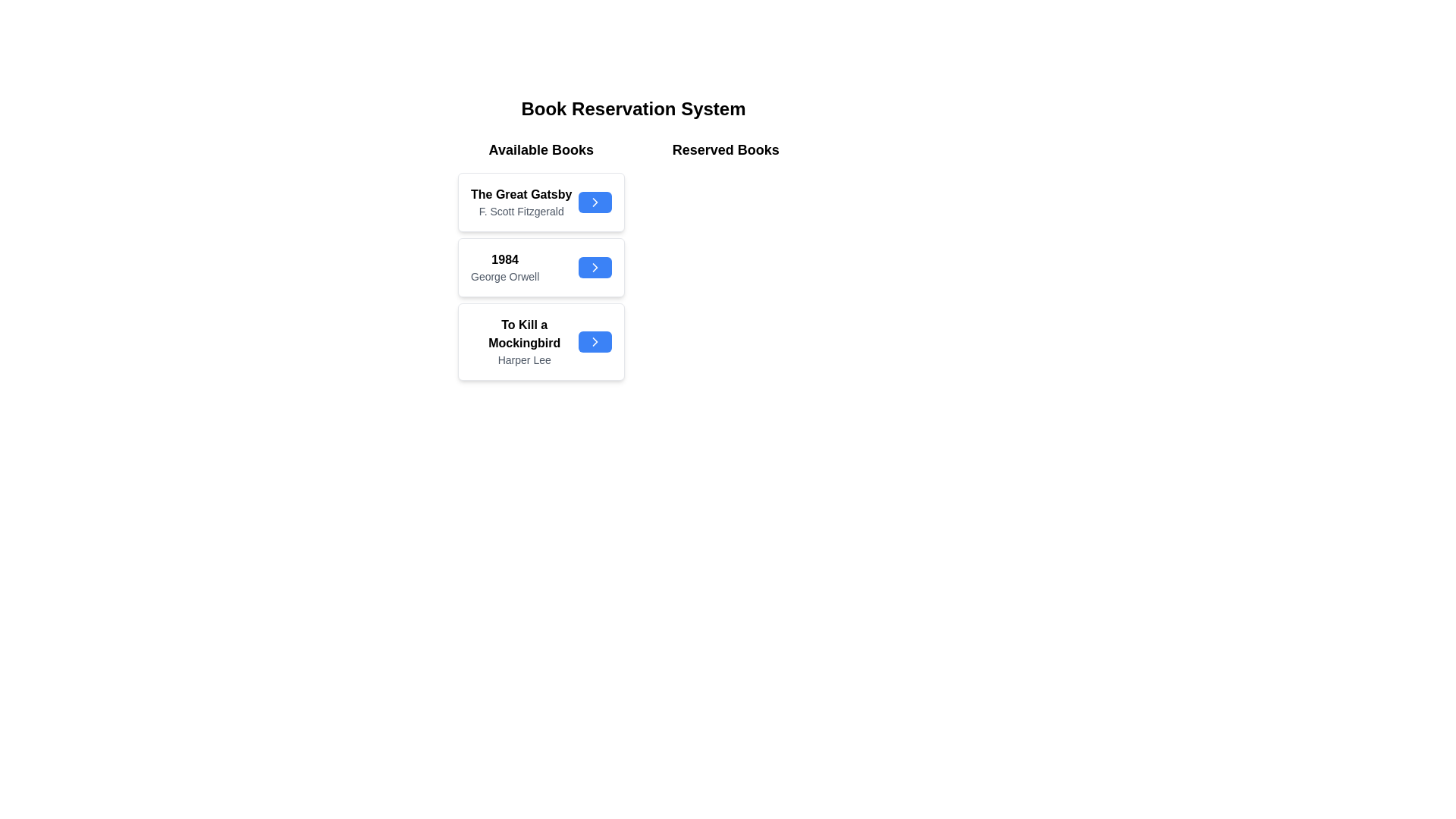 The image size is (1456, 819). What do you see at coordinates (594, 267) in the screenshot?
I see `the chevron icon embedded in the button on the right side of the '1984' book entry` at bounding box center [594, 267].